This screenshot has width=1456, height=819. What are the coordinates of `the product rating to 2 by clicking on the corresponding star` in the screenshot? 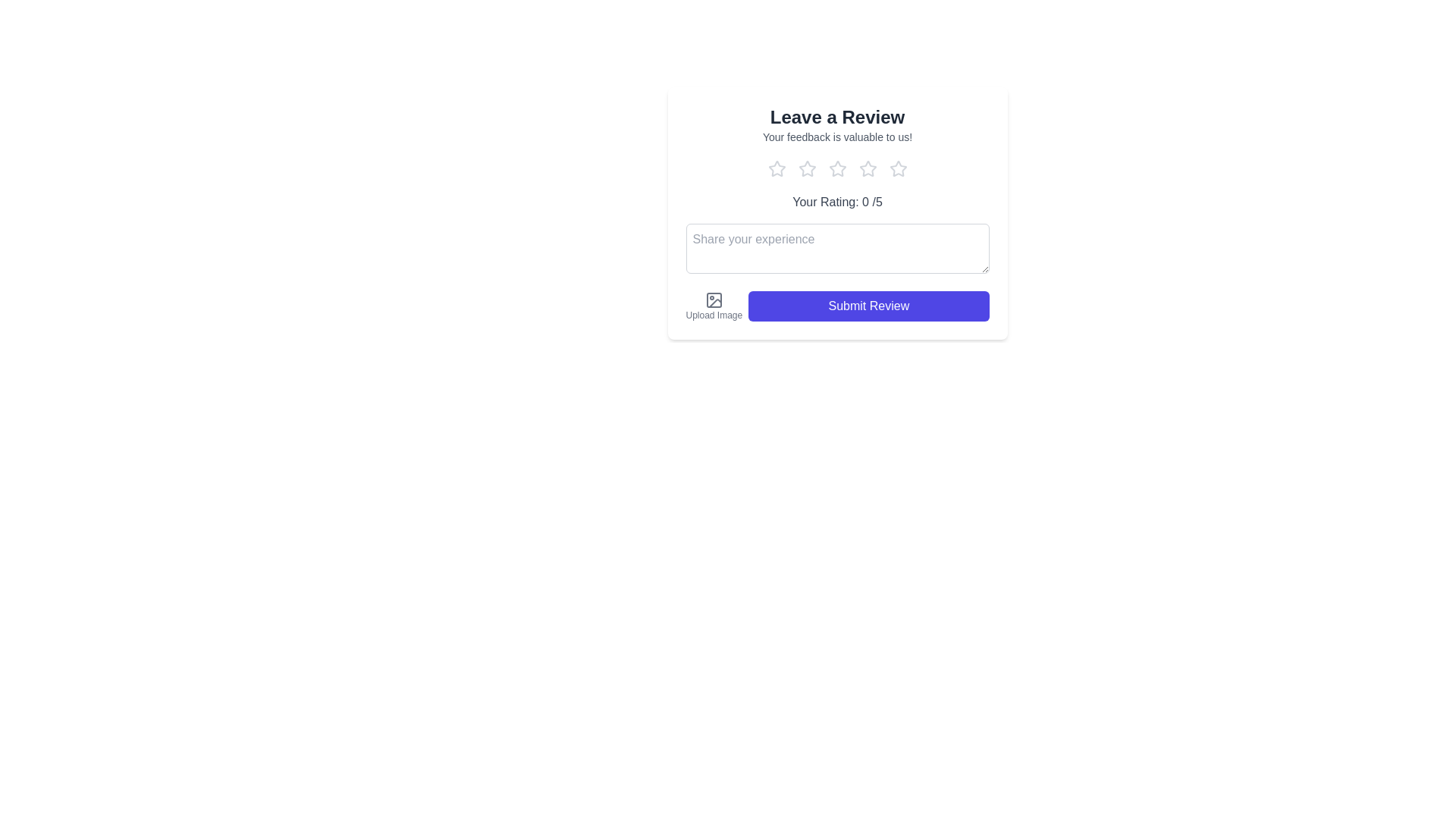 It's located at (806, 169).